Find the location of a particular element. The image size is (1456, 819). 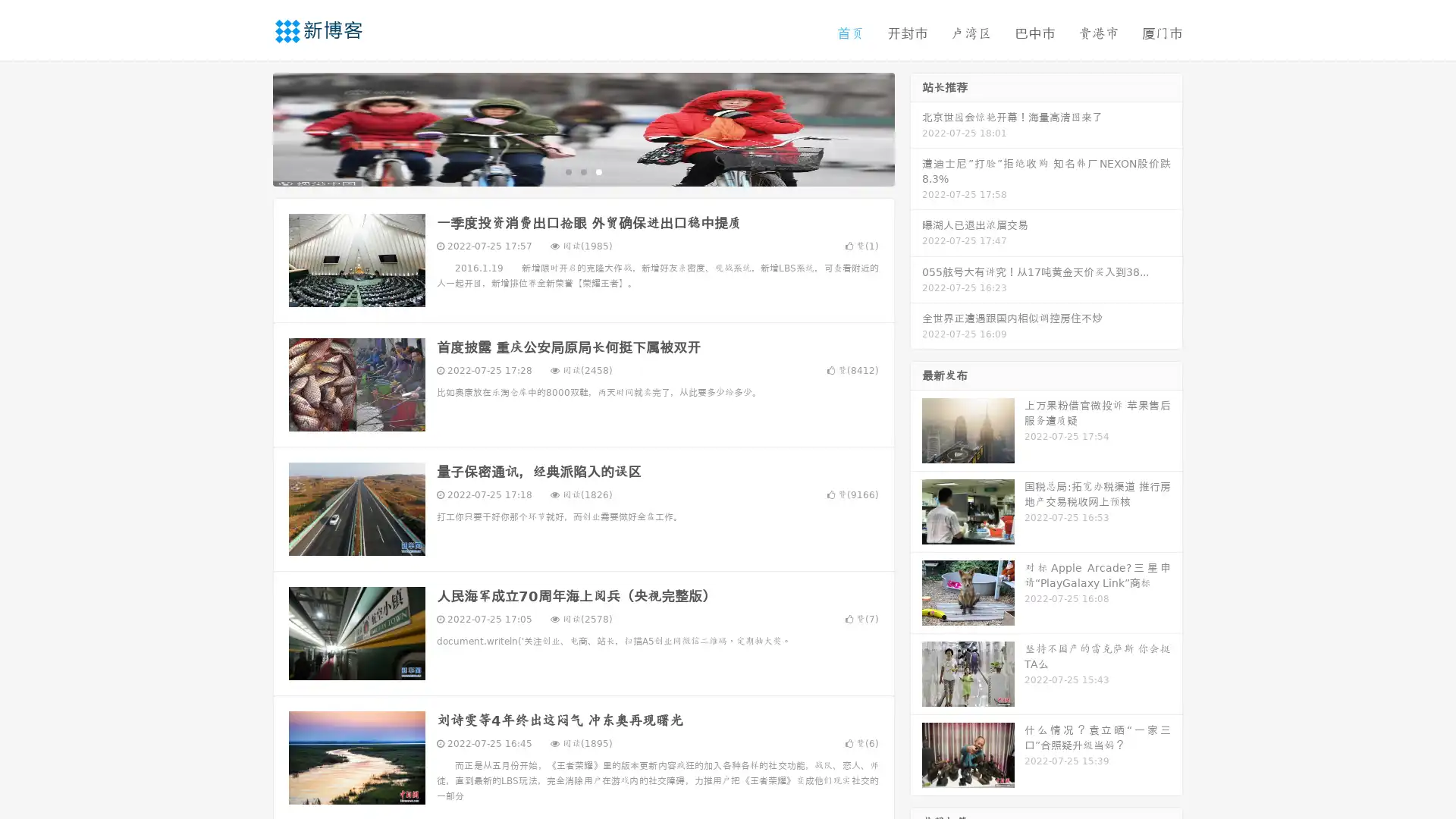

Go to slide 2 is located at coordinates (582, 171).